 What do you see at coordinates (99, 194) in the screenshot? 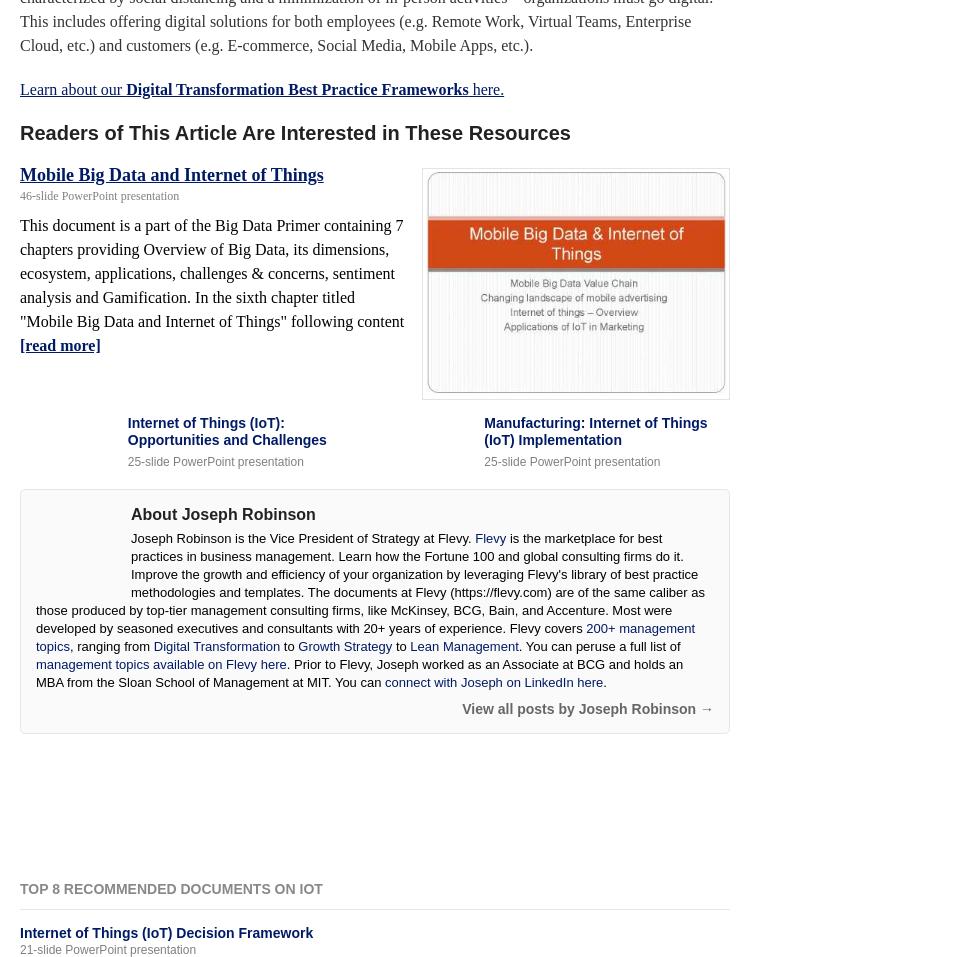
I see `'46-slide PowerPoint presentation'` at bounding box center [99, 194].